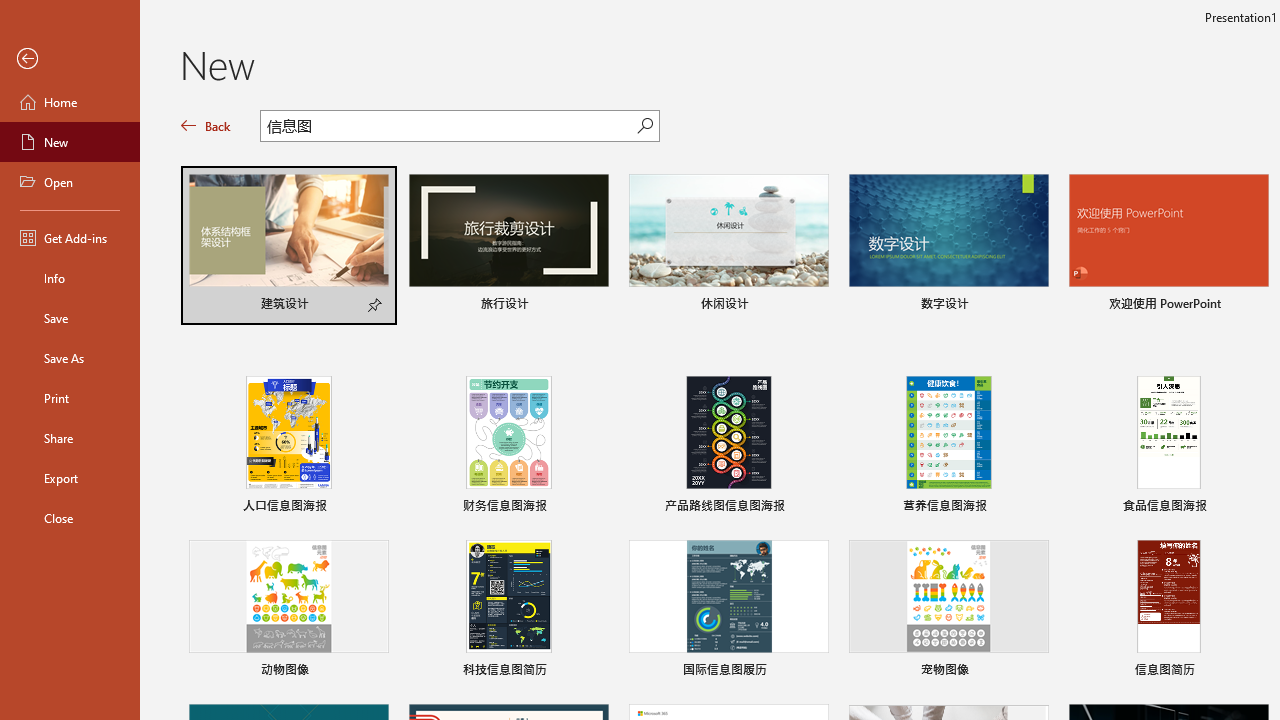  I want to click on 'Start searching', so click(645, 125).